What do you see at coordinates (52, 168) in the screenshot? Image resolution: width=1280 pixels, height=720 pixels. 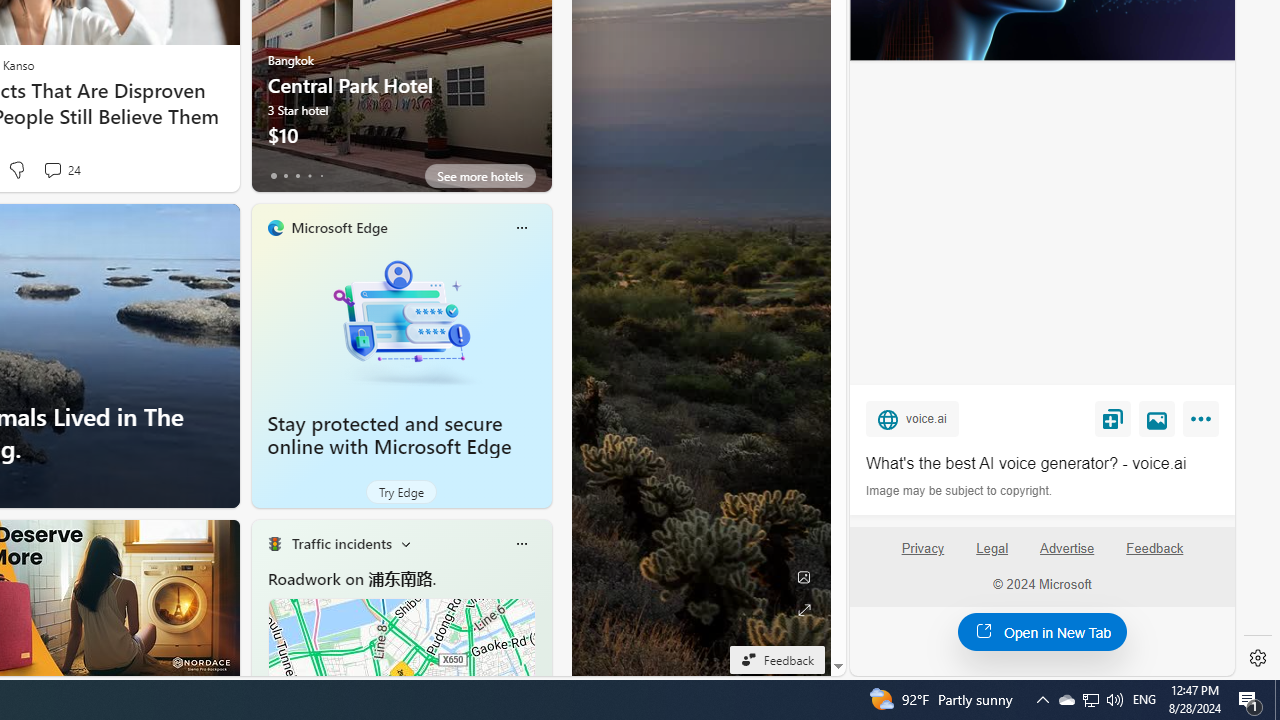 I see `'View comments 24 Comment'` at bounding box center [52, 168].